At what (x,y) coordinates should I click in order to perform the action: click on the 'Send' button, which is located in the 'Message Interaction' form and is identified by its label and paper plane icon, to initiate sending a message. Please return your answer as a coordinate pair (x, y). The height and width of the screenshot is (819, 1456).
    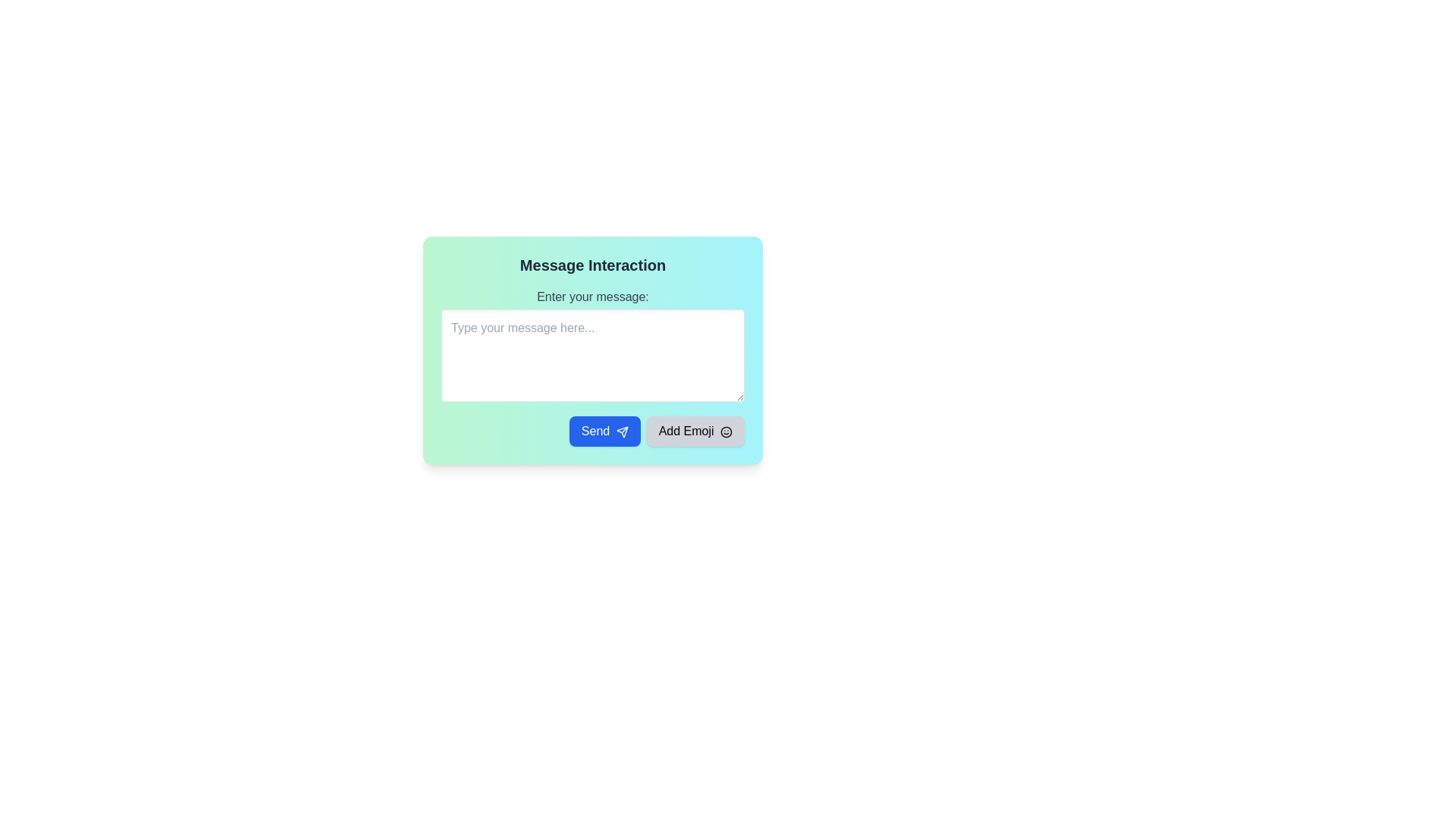
    Looking at the image, I should click on (604, 431).